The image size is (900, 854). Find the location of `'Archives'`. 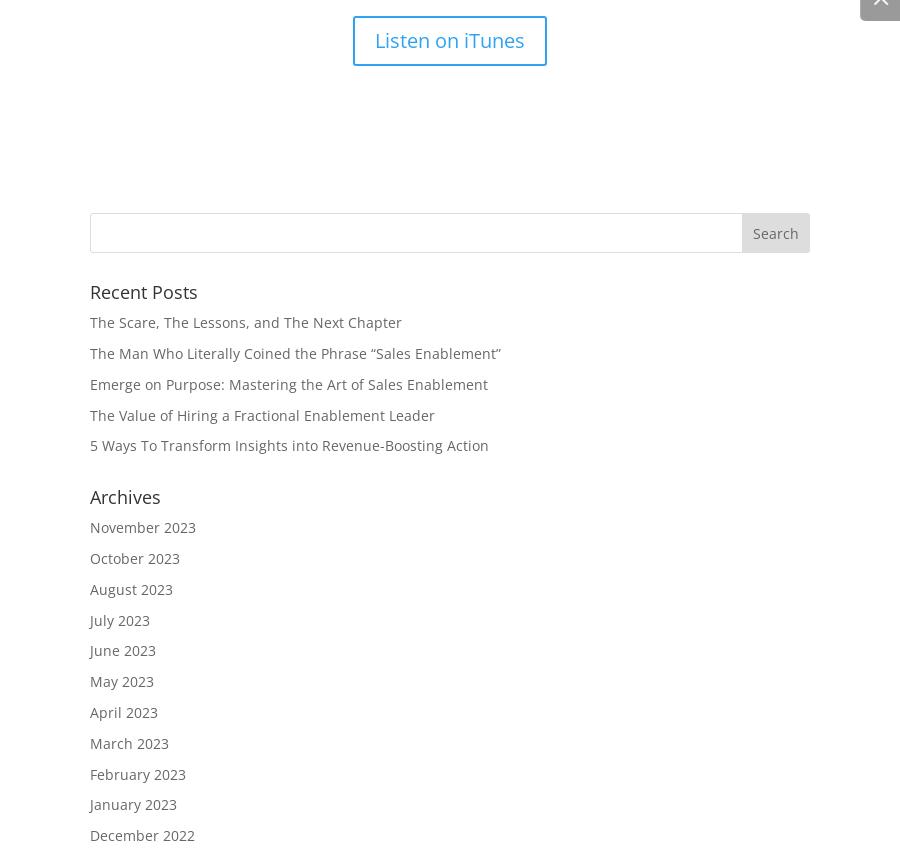

'Archives' is located at coordinates (125, 496).